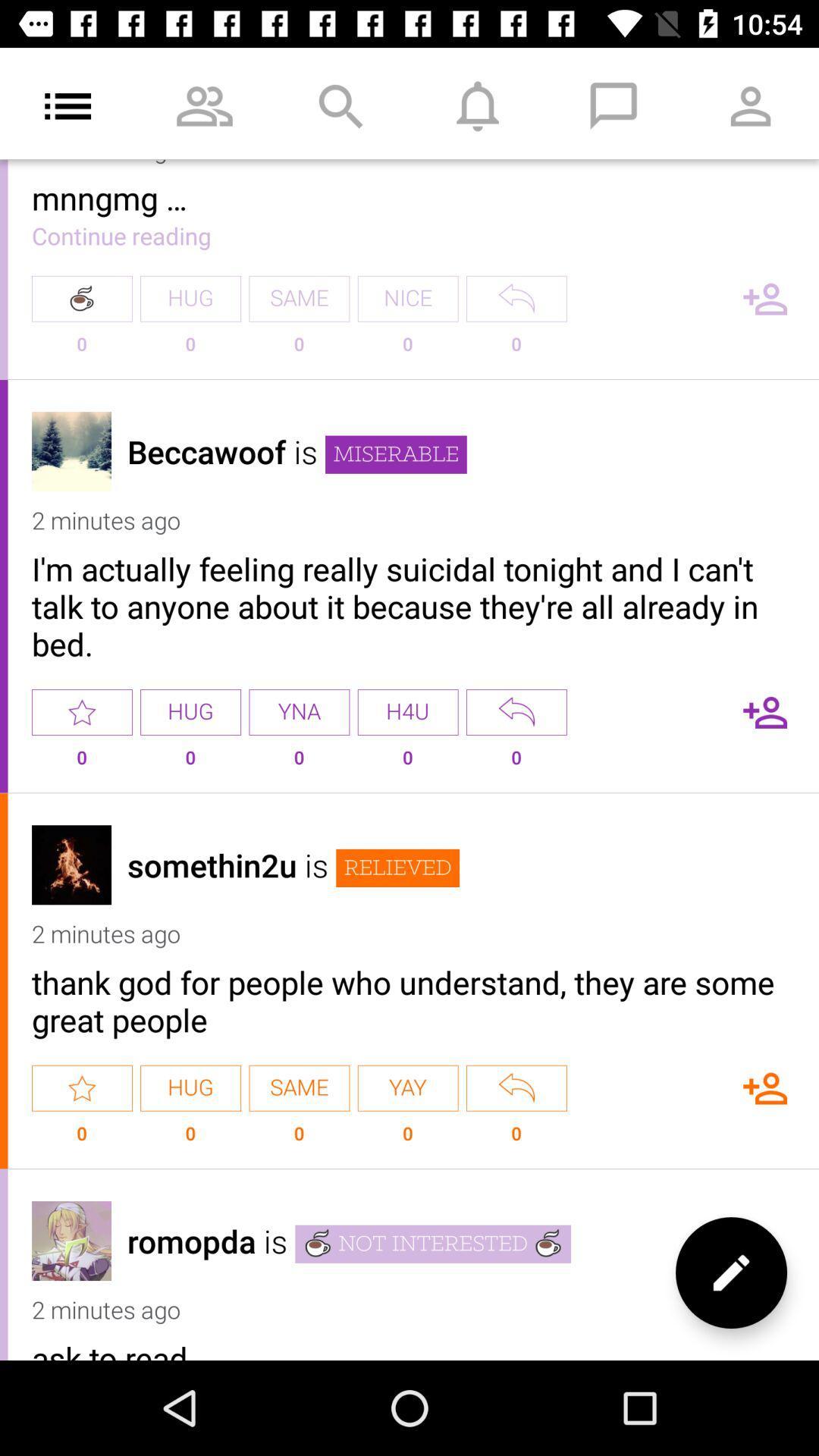 This screenshot has height=1456, width=819. Describe the element at coordinates (71, 450) in the screenshot. I see `profile avatar` at that location.